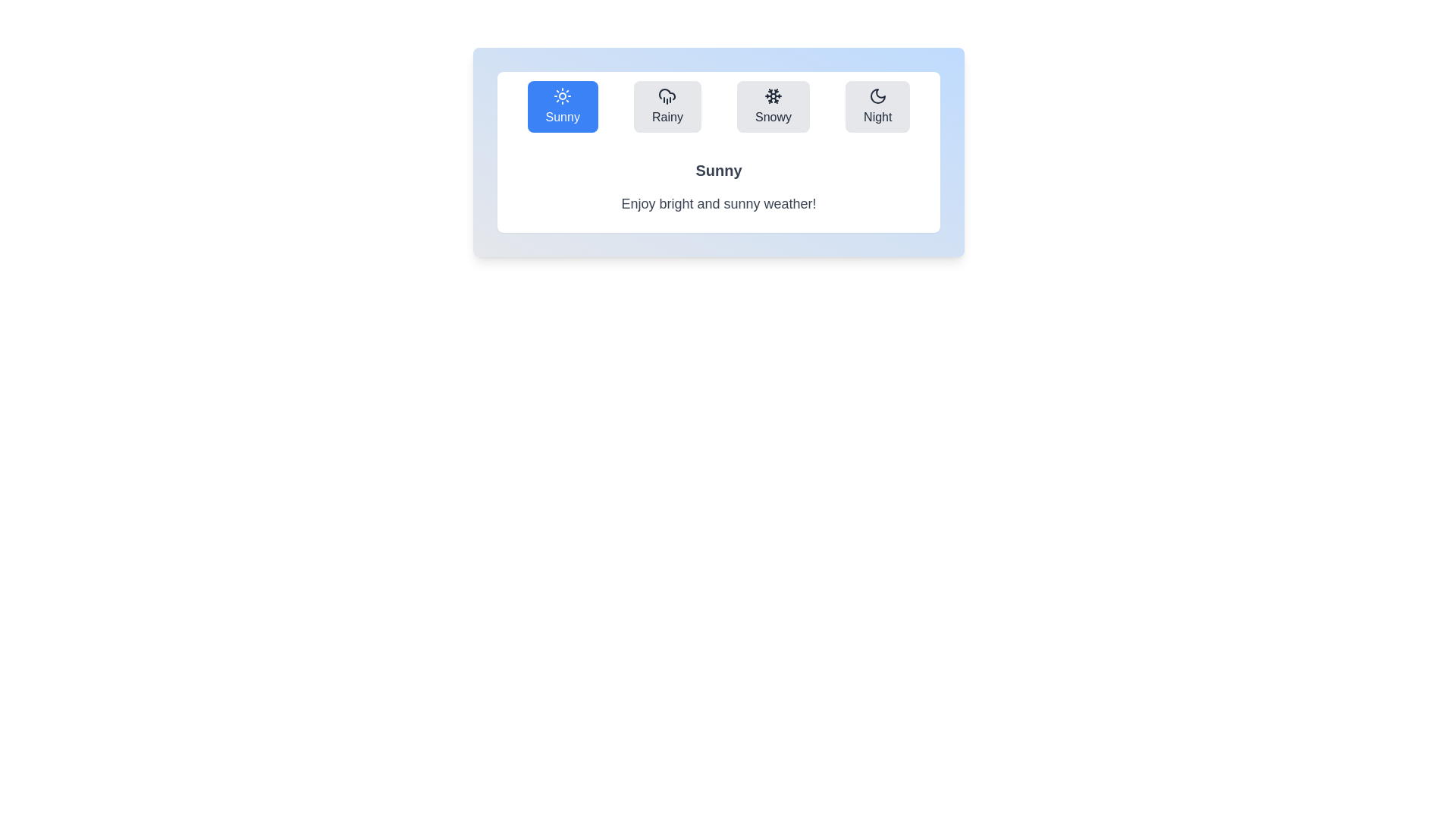  What do you see at coordinates (877, 106) in the screenshot?
I see `the Night tab by clicking on its button` at bounding box center [877, 106].